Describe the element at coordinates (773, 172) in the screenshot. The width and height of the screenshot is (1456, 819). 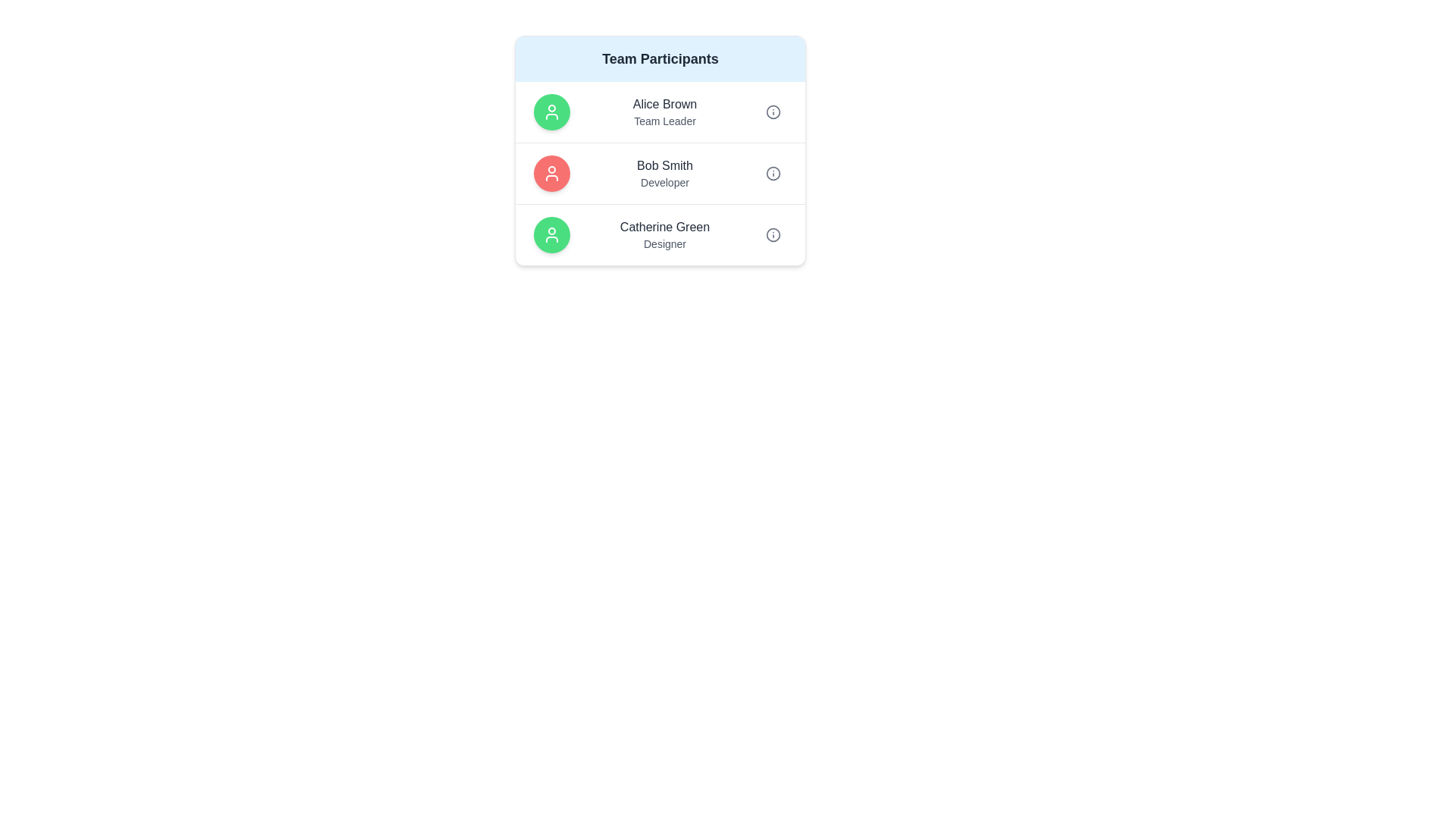
I see `the circular graphical element of the information icon located next to 'Bob Smith', who is labeled as 'Developer', in the second row of the list component` at that location.